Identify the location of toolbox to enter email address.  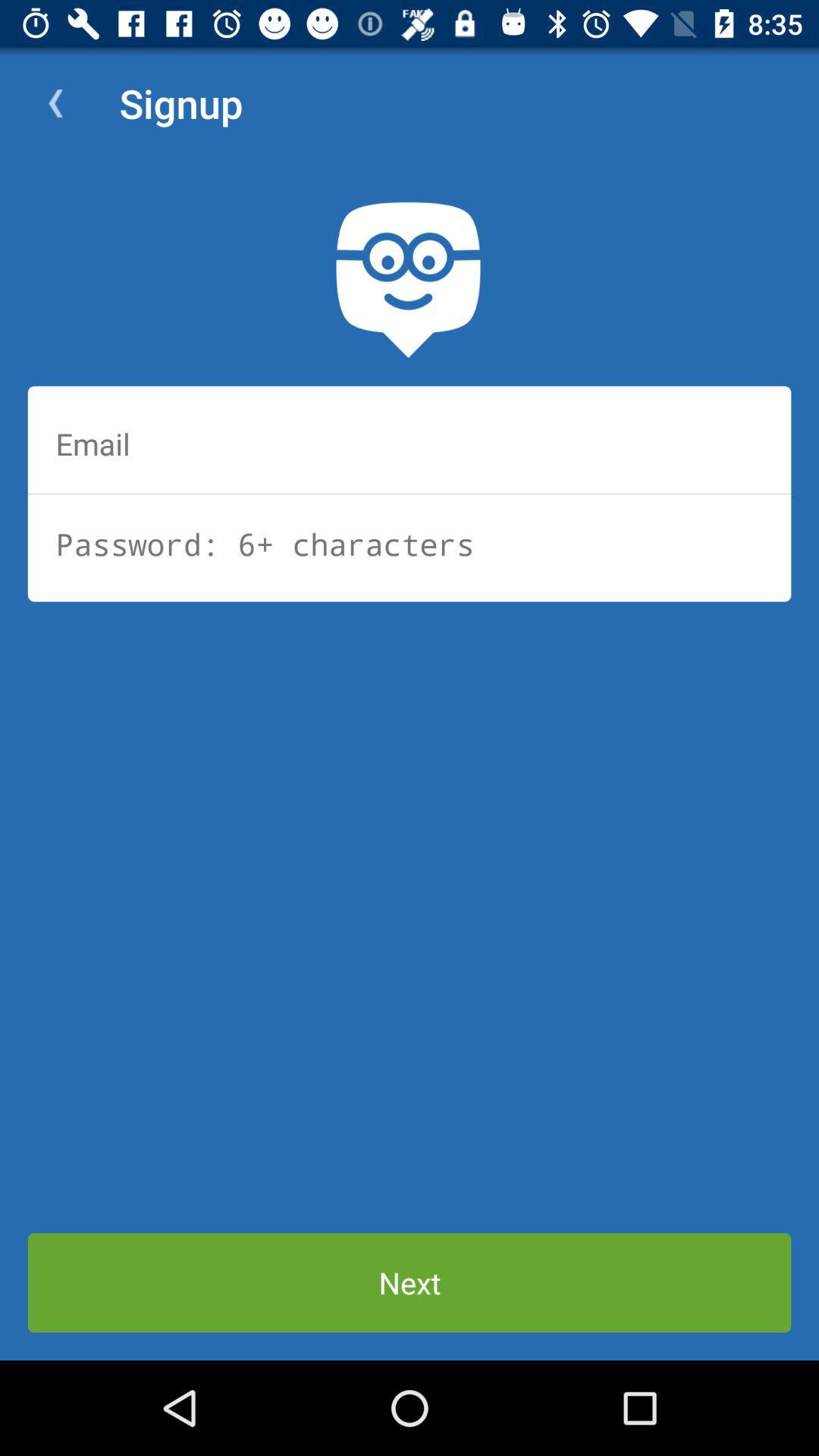
(409, 443).